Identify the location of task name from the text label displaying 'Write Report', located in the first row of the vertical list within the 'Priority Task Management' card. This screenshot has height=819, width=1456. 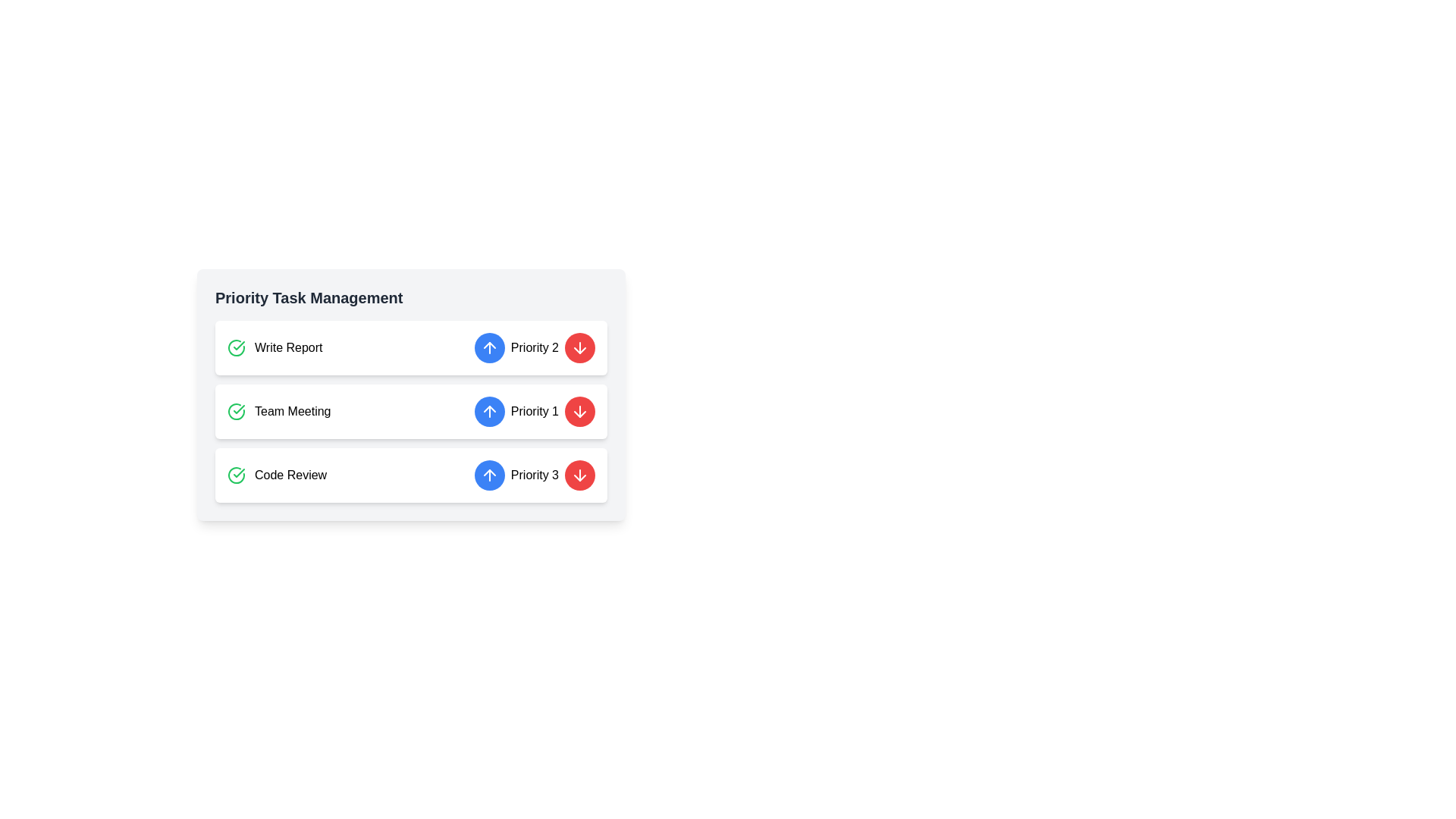
(288, 348).